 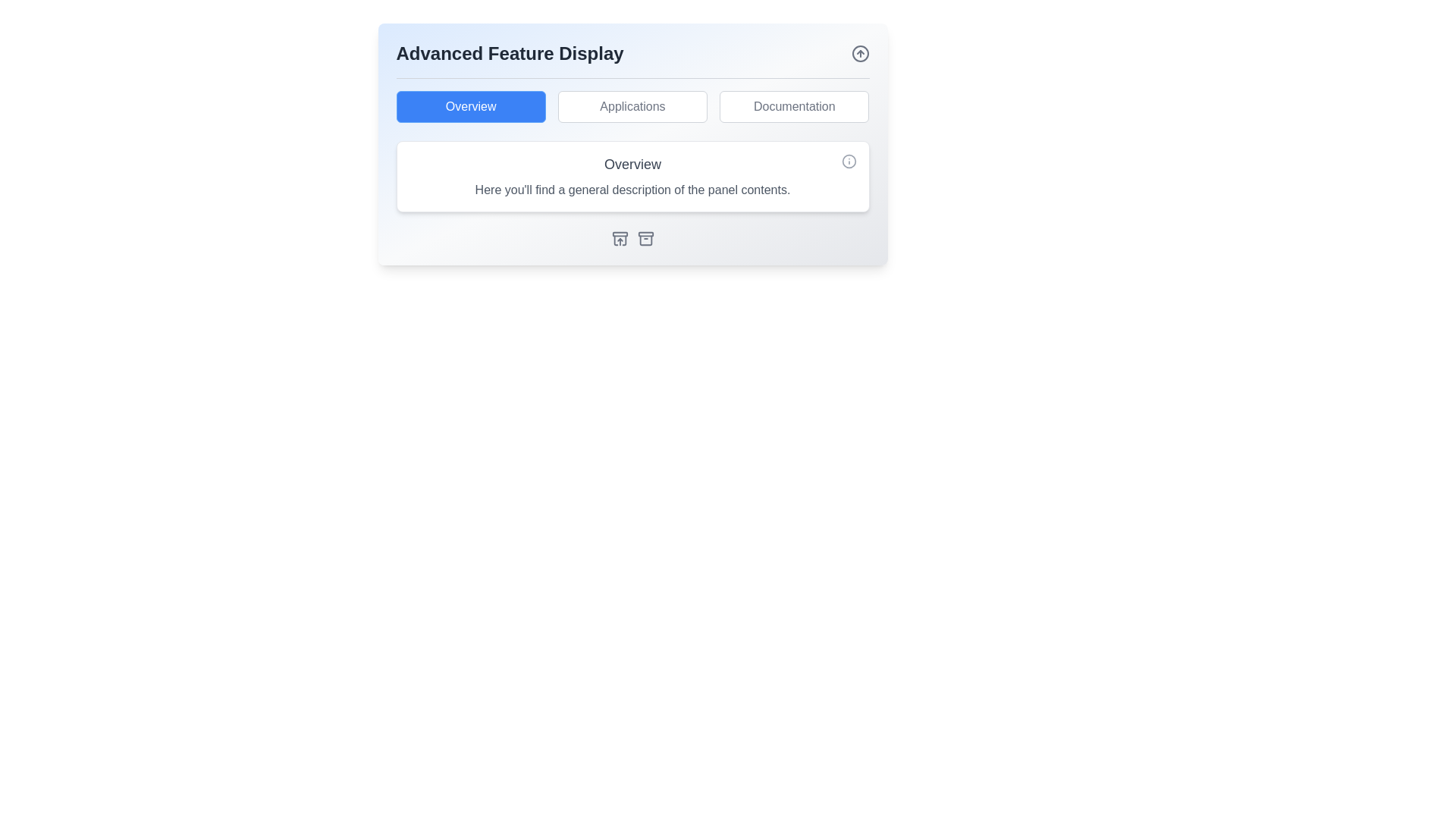 What do you see at coordinates (470, 106) in the screenshot?
I see `the rectangular 'Overview' button with a blue background and white text` at bounding box center [470, 106].